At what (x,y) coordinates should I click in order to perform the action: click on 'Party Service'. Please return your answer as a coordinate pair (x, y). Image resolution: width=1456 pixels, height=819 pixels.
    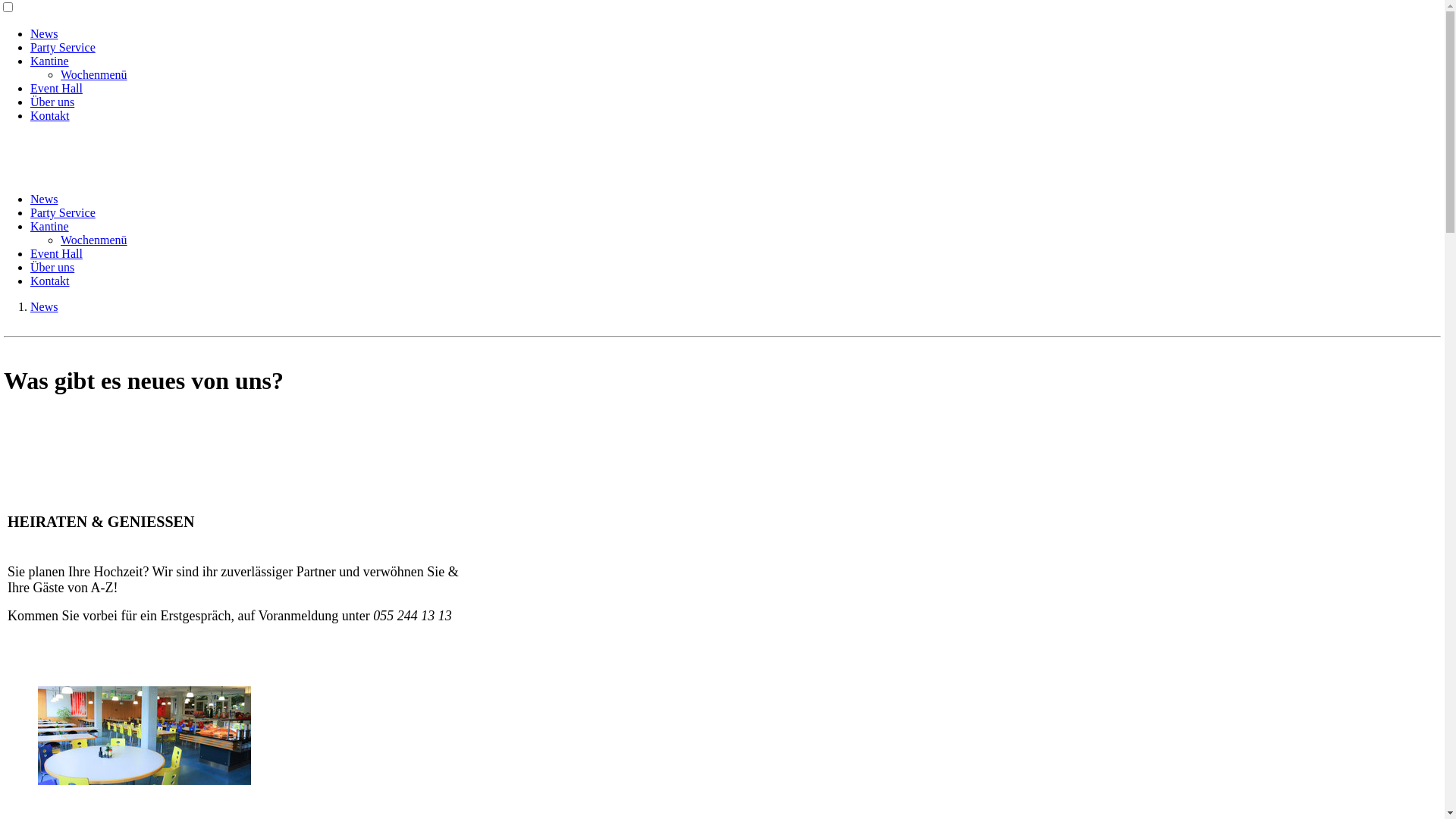
    Looking at the image, I should click on (61, 46).